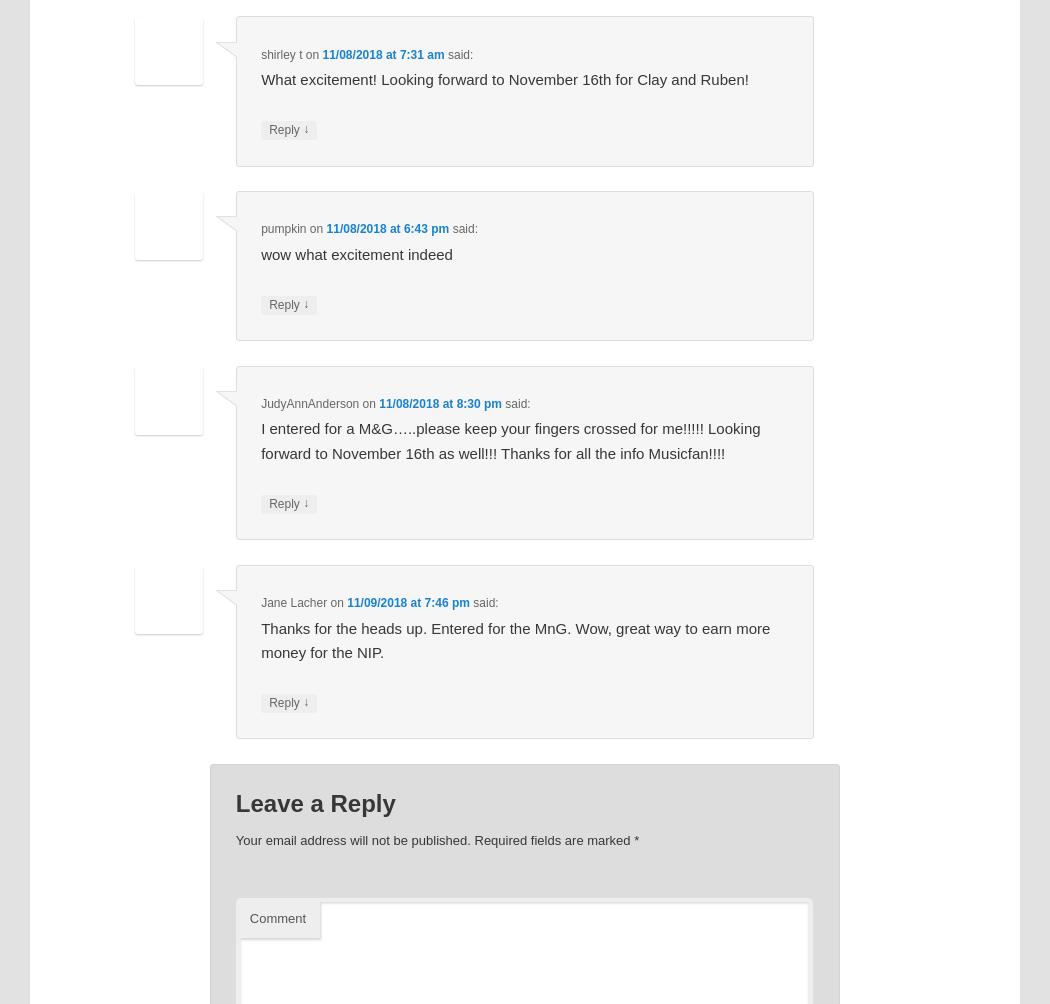  I want to click on 'Leave a Reply', so click(315, 803).